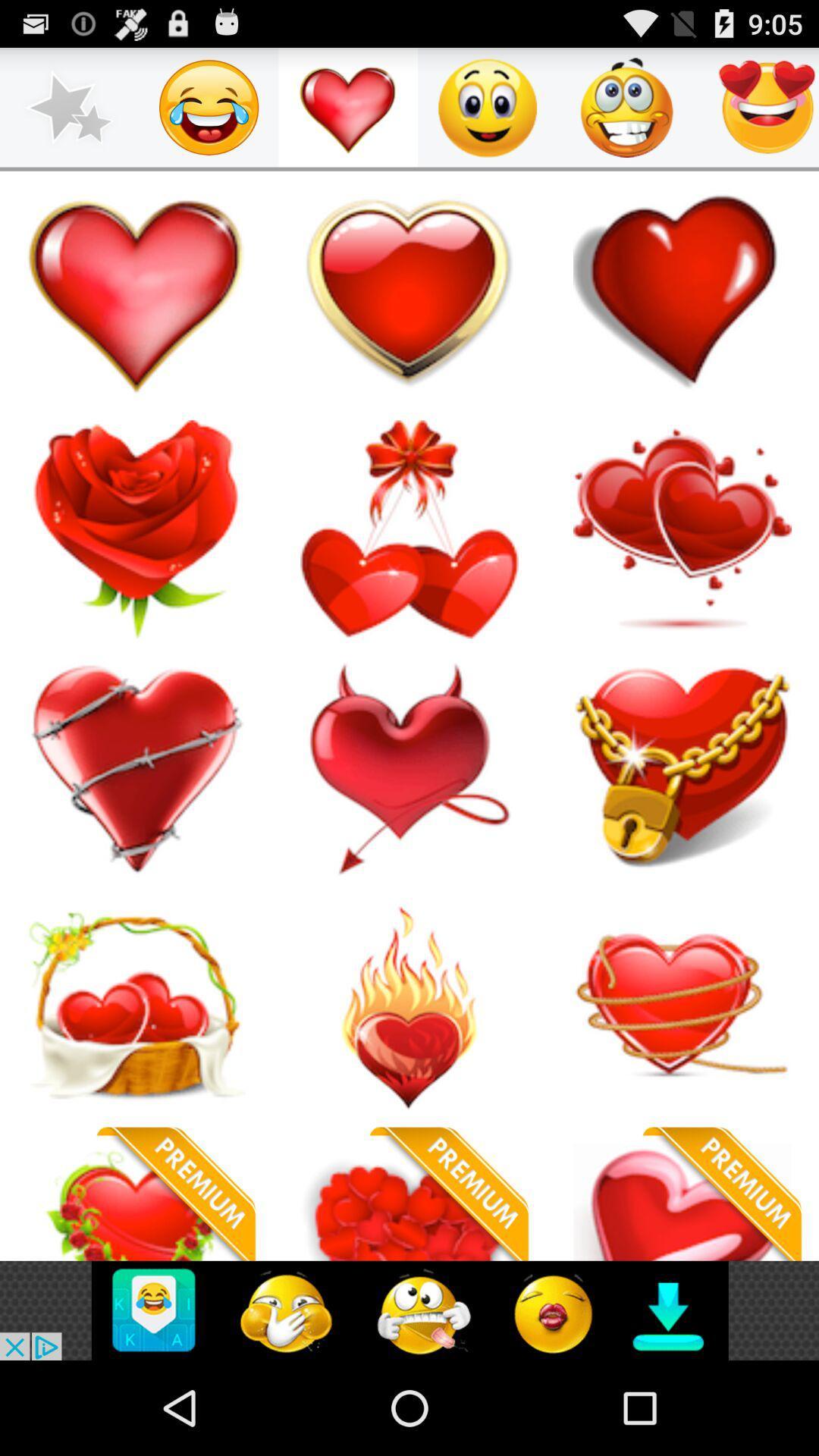  I want to click on the emoji icon, so click(488, 115).